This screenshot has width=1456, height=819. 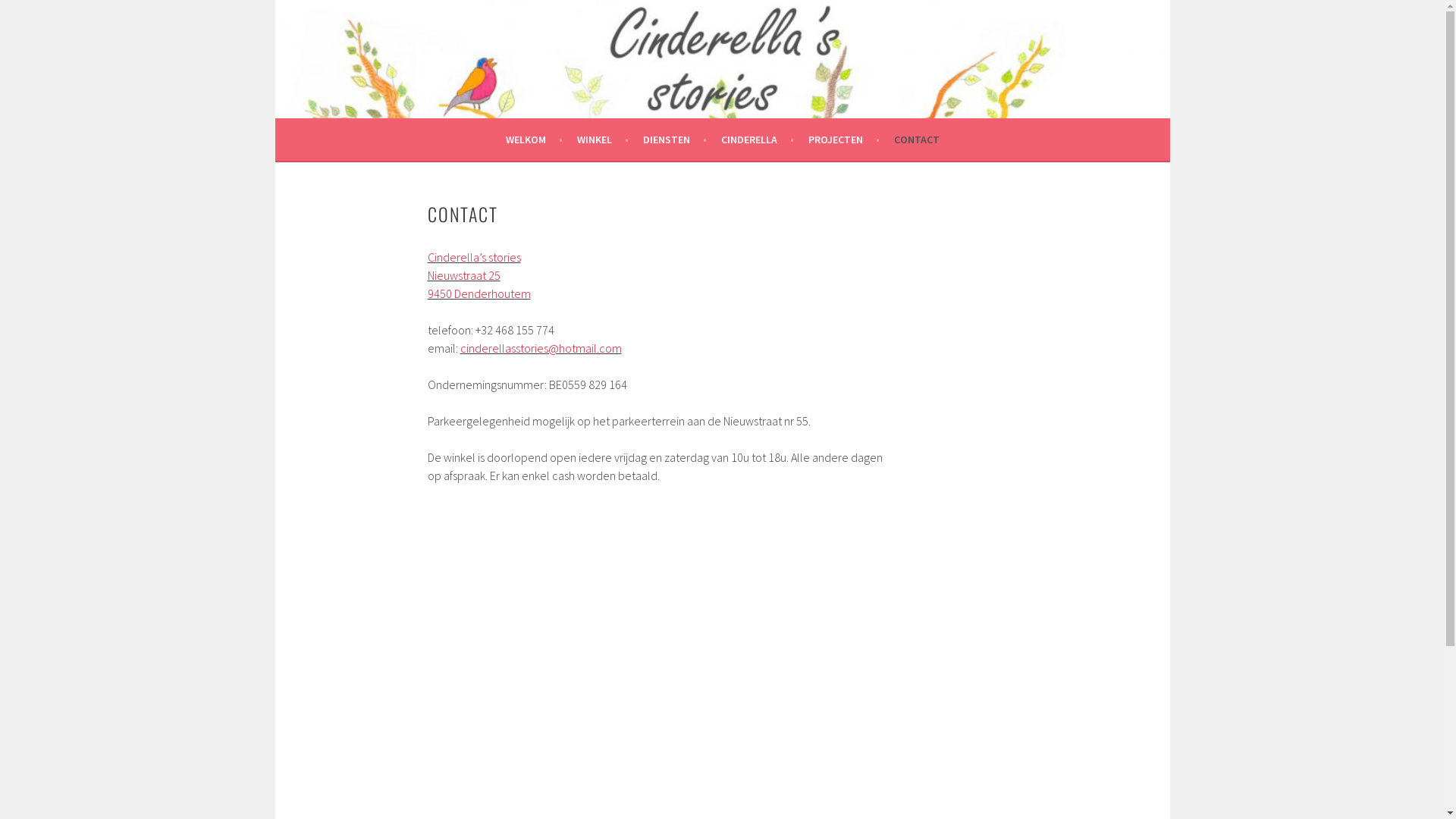 What do you see at coordinates (274, 0) in the screenshot?
I see `'Skip to content'` at bounding box center [274, 0].